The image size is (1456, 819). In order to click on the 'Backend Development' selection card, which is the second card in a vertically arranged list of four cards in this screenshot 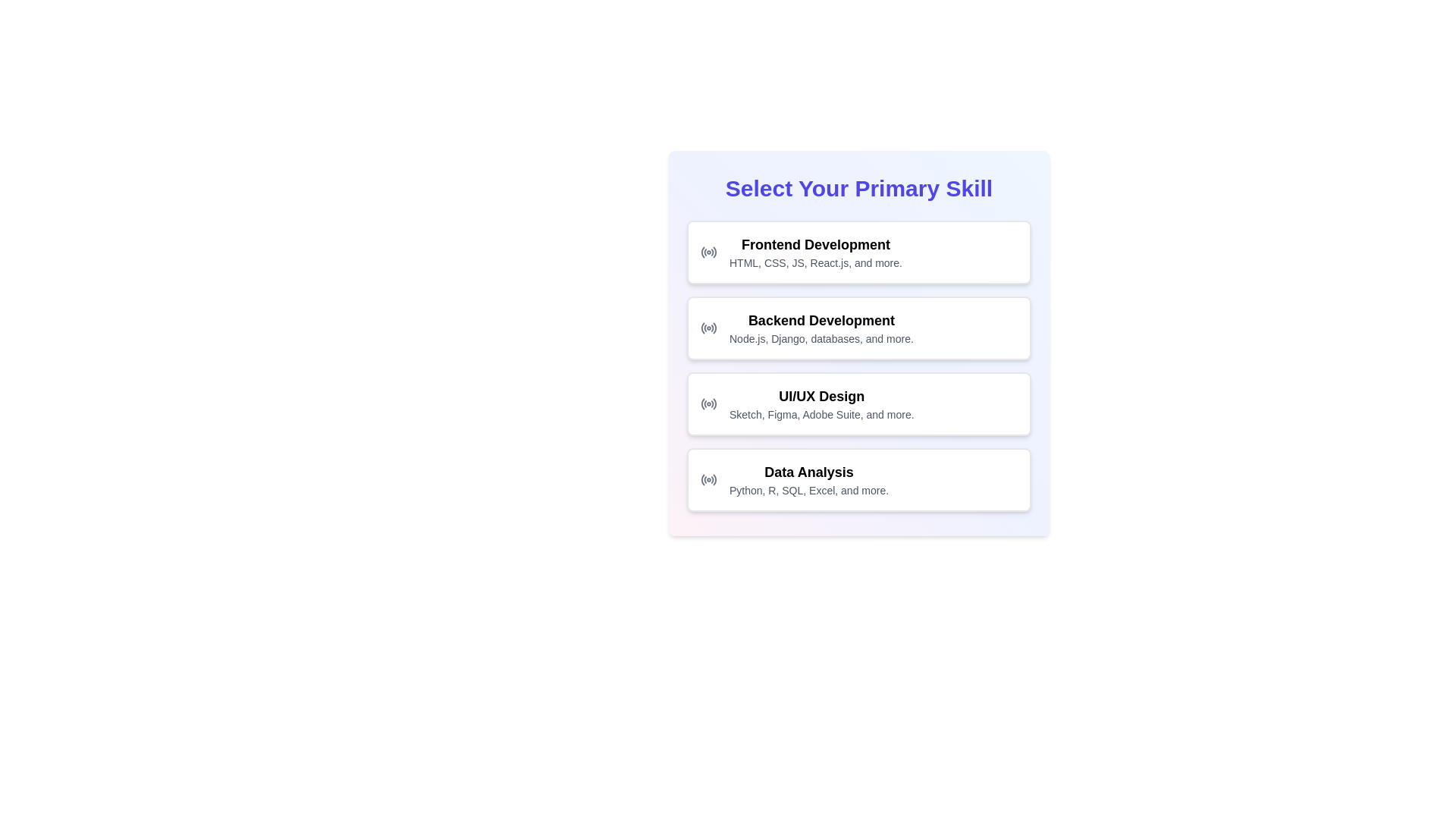, I will do `click(858, 343)`.